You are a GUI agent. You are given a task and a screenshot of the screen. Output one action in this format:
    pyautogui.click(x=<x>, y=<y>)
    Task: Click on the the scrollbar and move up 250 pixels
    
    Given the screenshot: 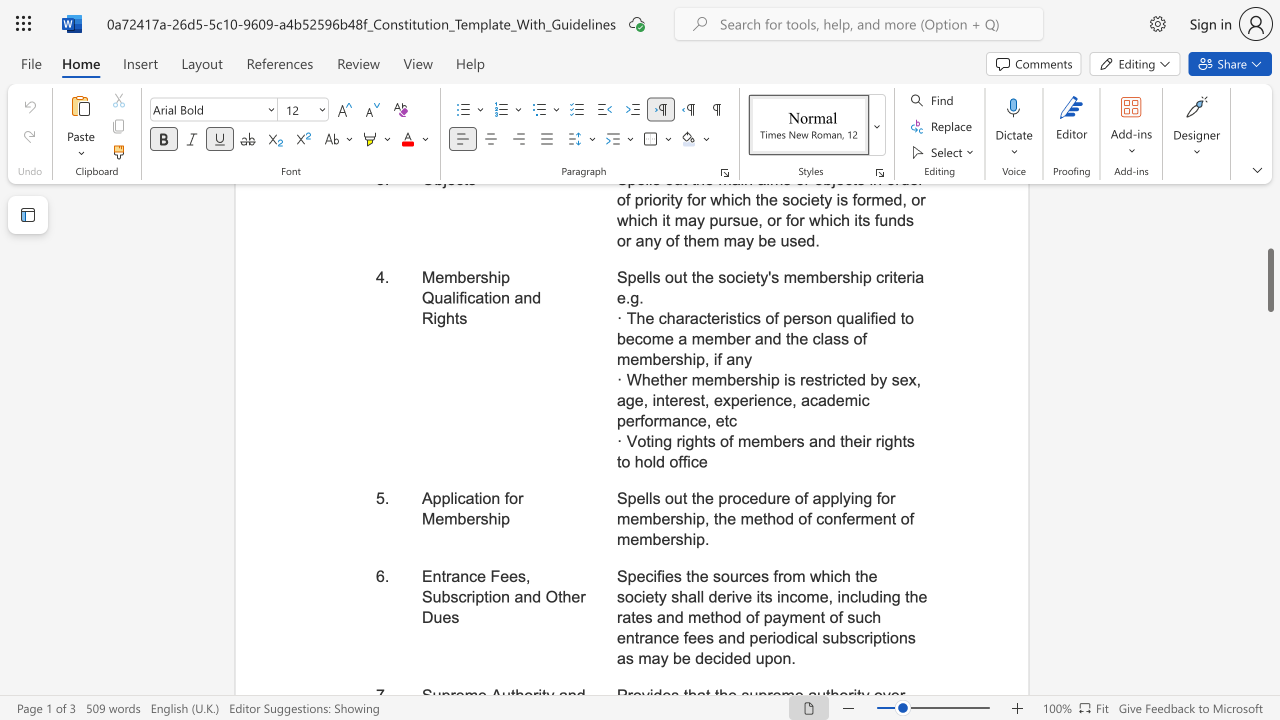 What is the action you would take?
    pyautogui.click(x=1269, y=280)
    